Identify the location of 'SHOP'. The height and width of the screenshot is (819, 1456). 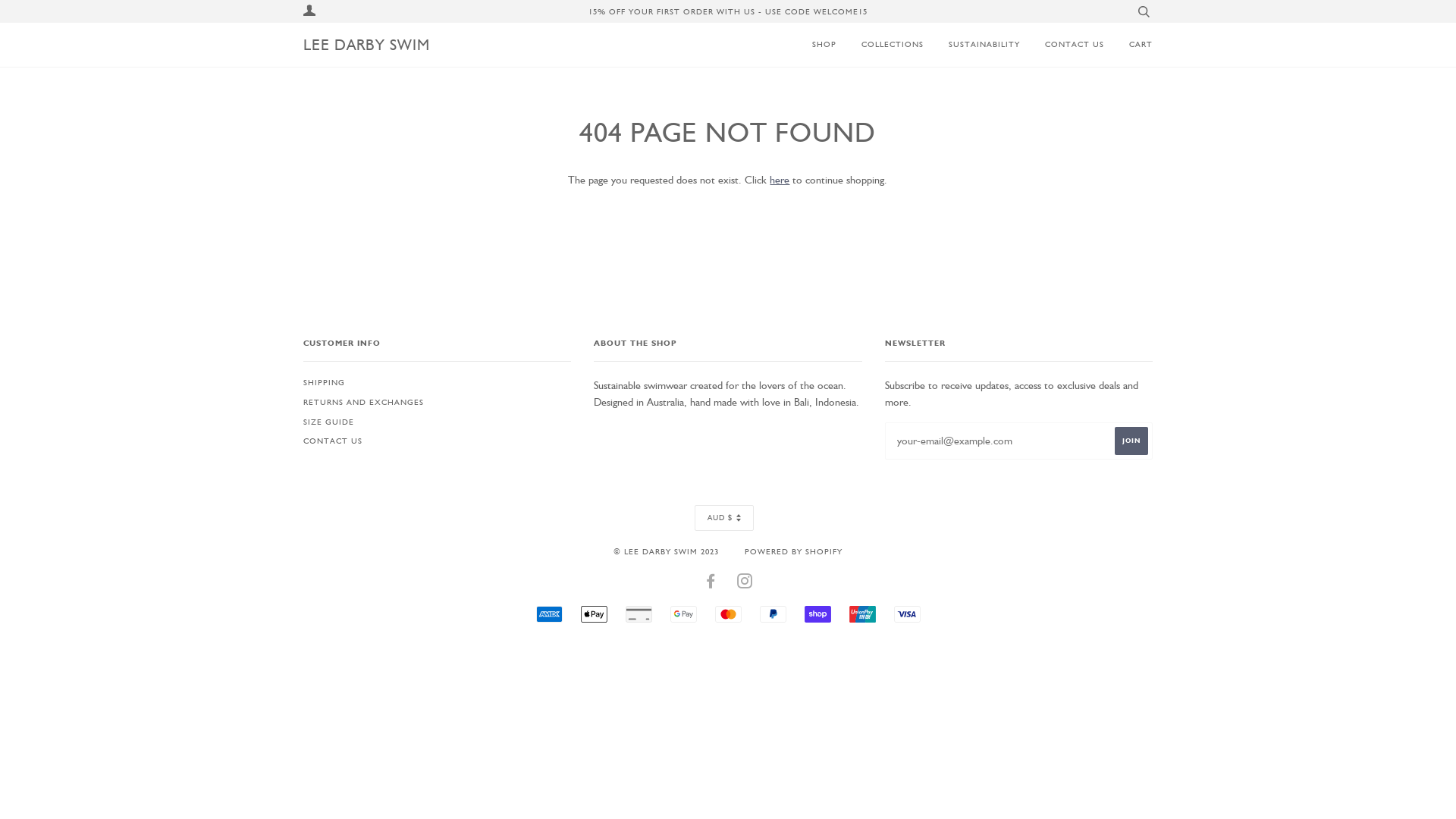
(819, 43).